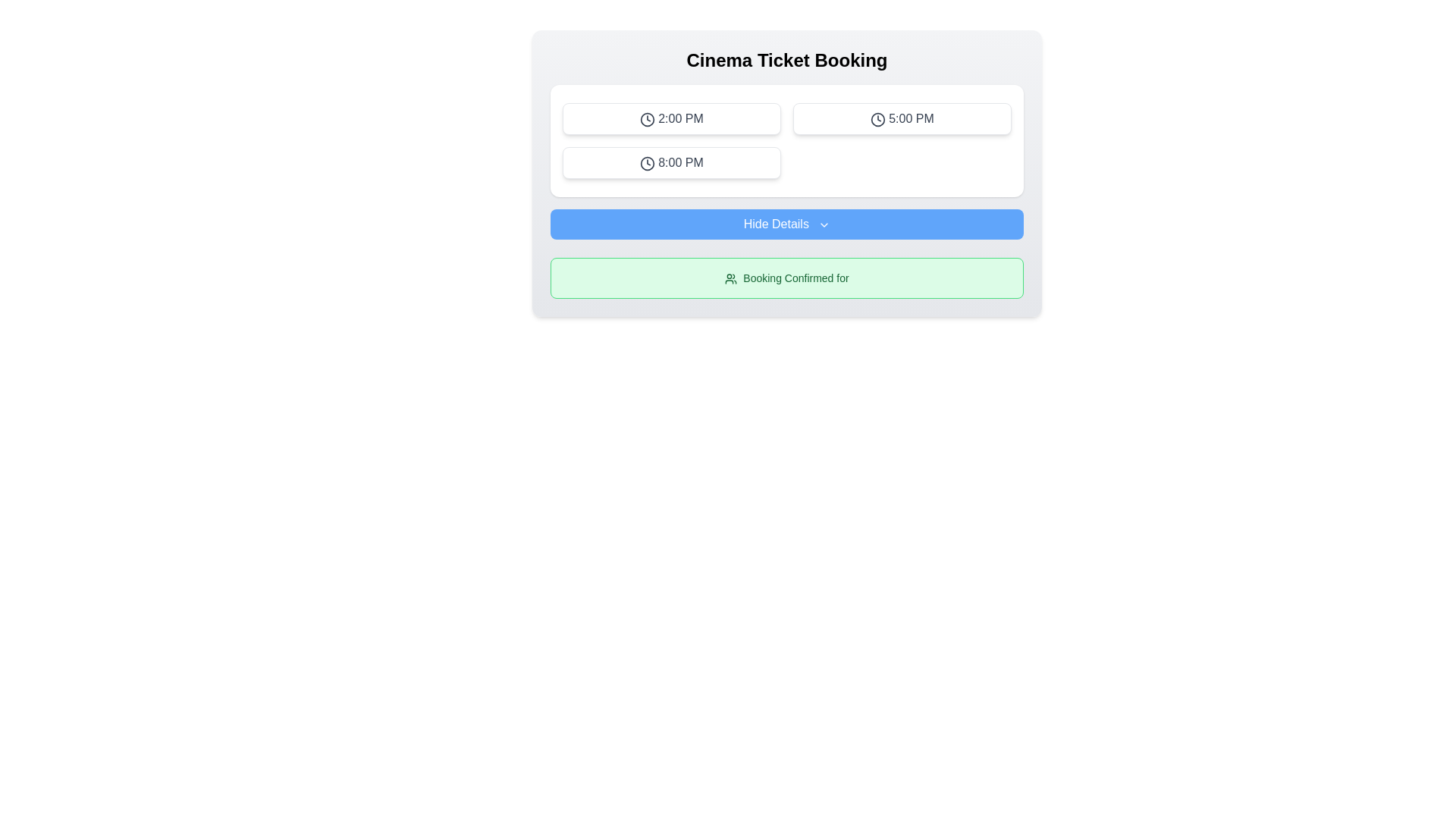 The width and height of the screenshot is (1456, 819). I want to click on the selection button for '8:00 PM', which is the third button below the buttons labeled '2:00 PM' and '5:00 PM', so click(671, 163).